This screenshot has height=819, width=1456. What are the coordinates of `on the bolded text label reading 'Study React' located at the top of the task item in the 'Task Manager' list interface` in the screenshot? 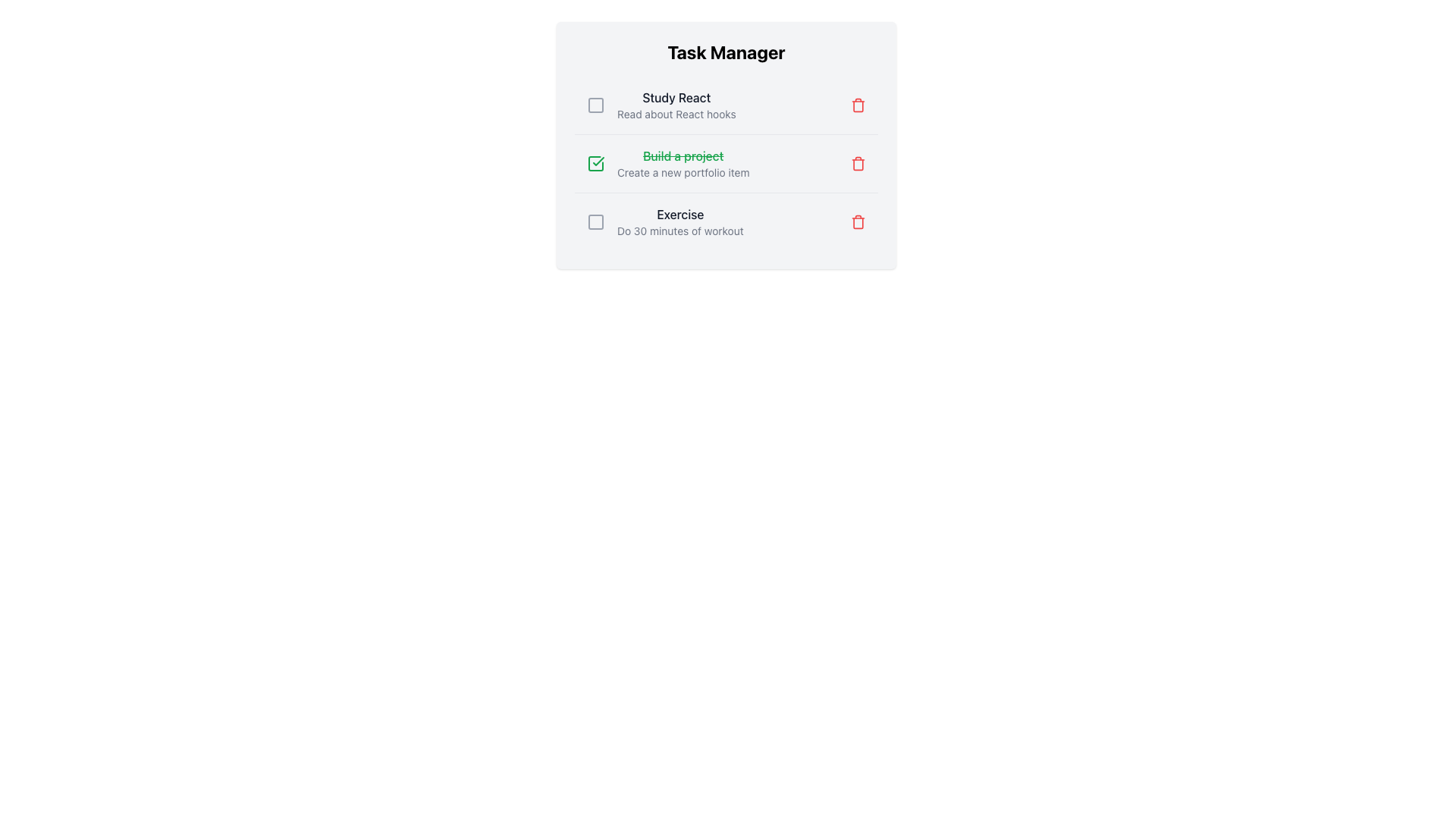 It's located at (676, 97).